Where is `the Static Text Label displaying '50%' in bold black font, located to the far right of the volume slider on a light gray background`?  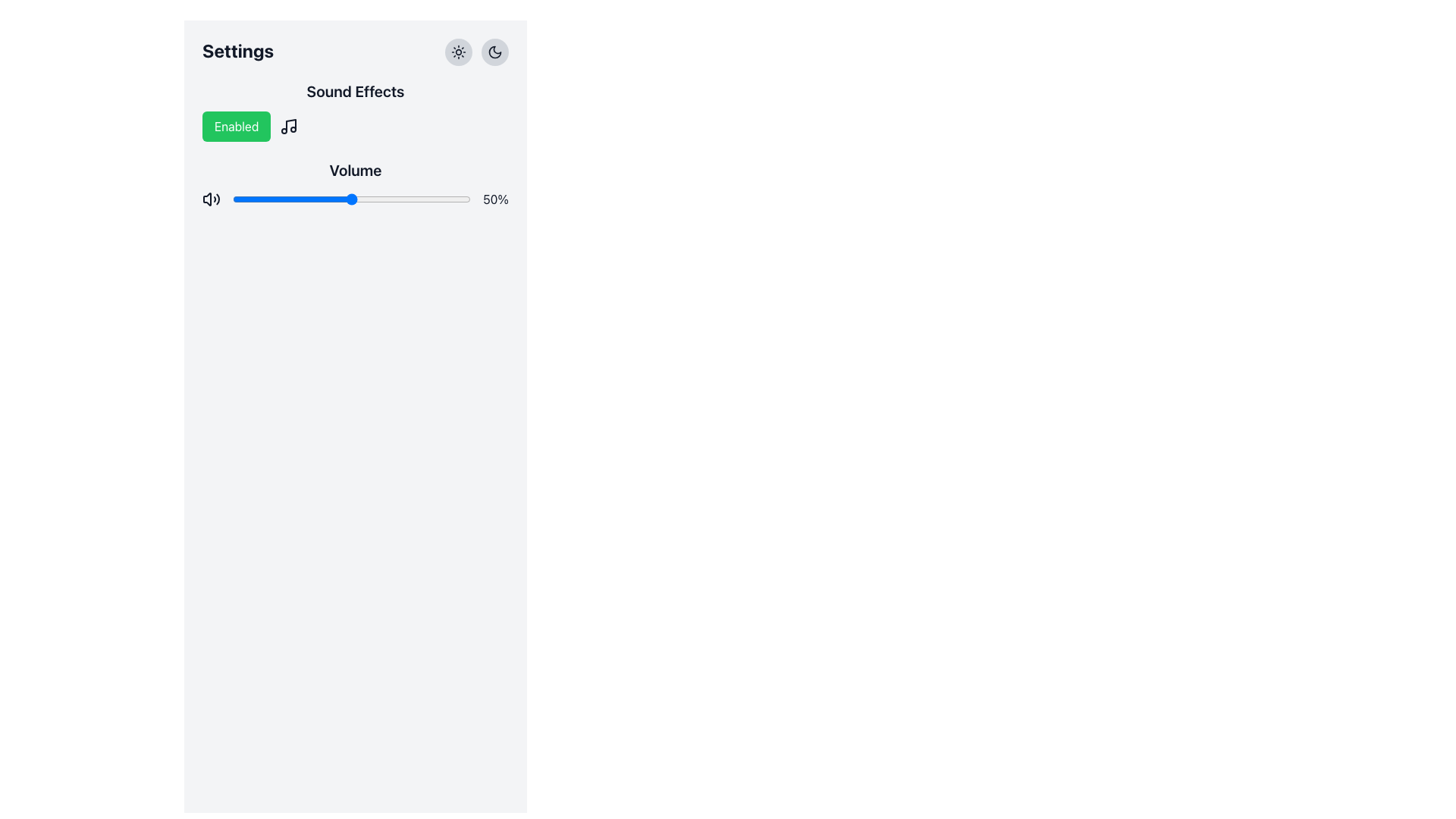
the Static Text Label displaying '50%' in bold black font, located to the far right of the volume slider on a light gray background is located at coordinates (496, 198).